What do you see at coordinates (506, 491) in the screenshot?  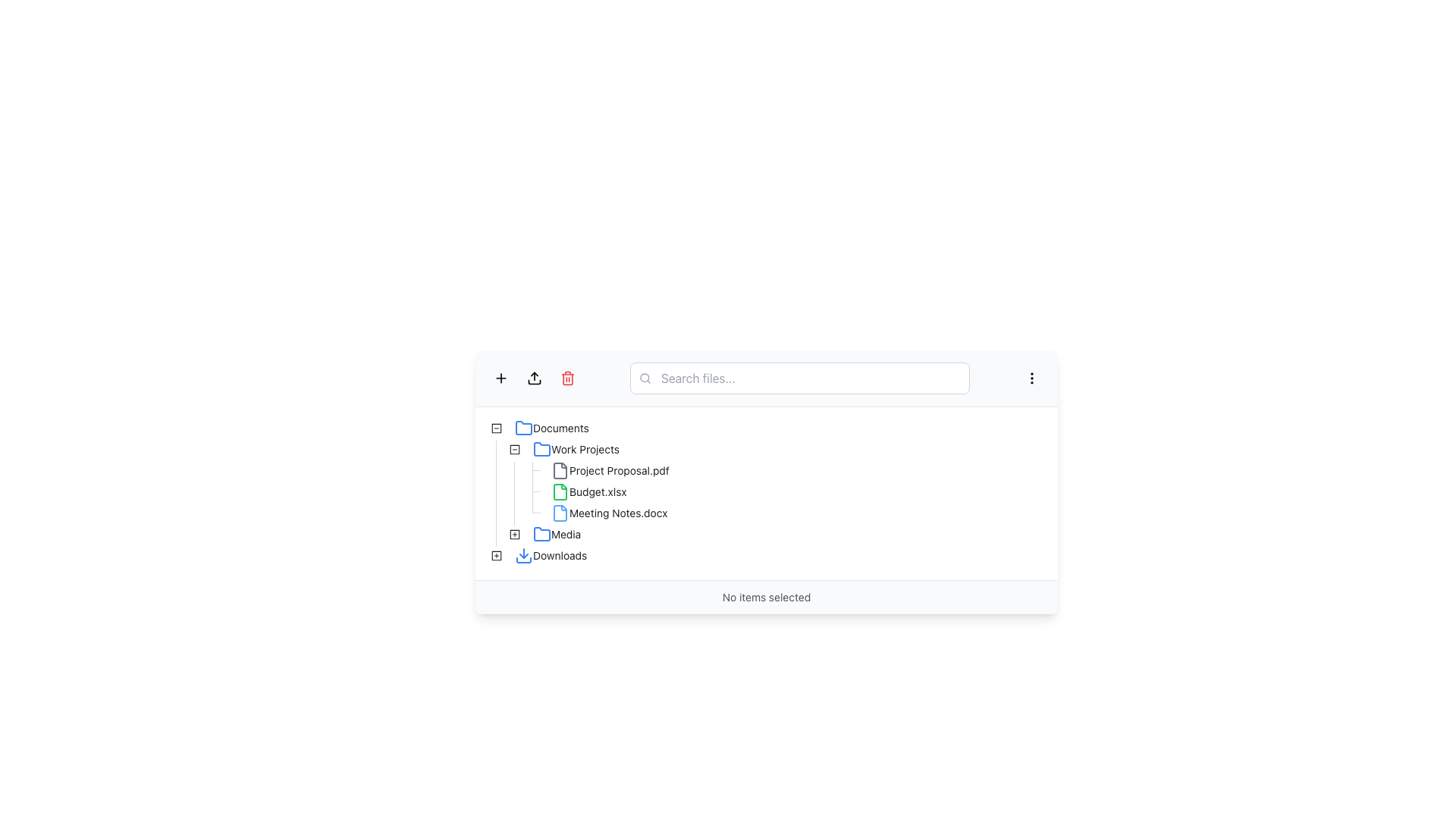 I see `the indentation unit for the tree structure located left of the 'Budget.xlsx' entry in the 'Work Projects' folder` at bounding box center [506, 491].